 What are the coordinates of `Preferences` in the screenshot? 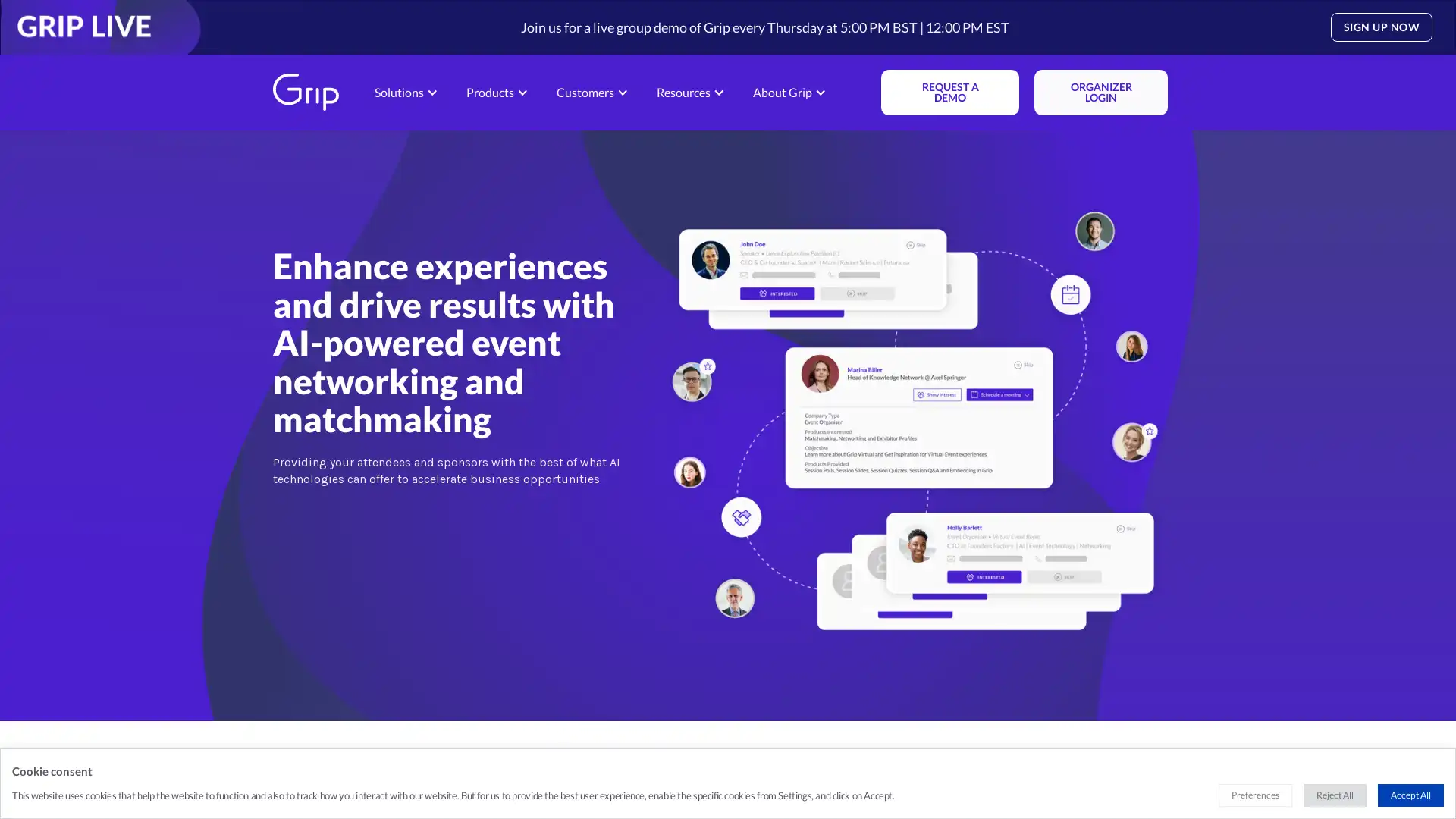 It's located at (1255, 795).